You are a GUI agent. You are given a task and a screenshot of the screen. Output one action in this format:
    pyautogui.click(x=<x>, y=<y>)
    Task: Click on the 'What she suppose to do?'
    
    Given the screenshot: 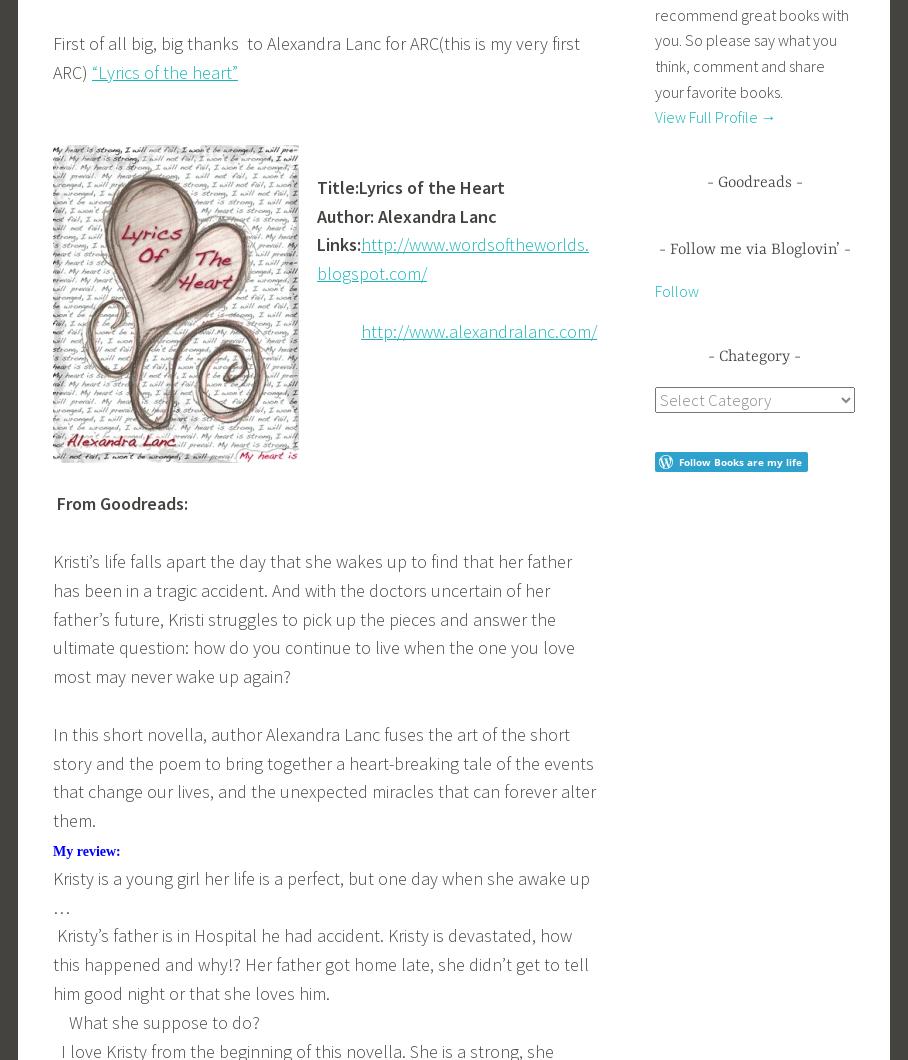 What is the action you would take?
    pyautogui.click(x=163, y=1020)
    